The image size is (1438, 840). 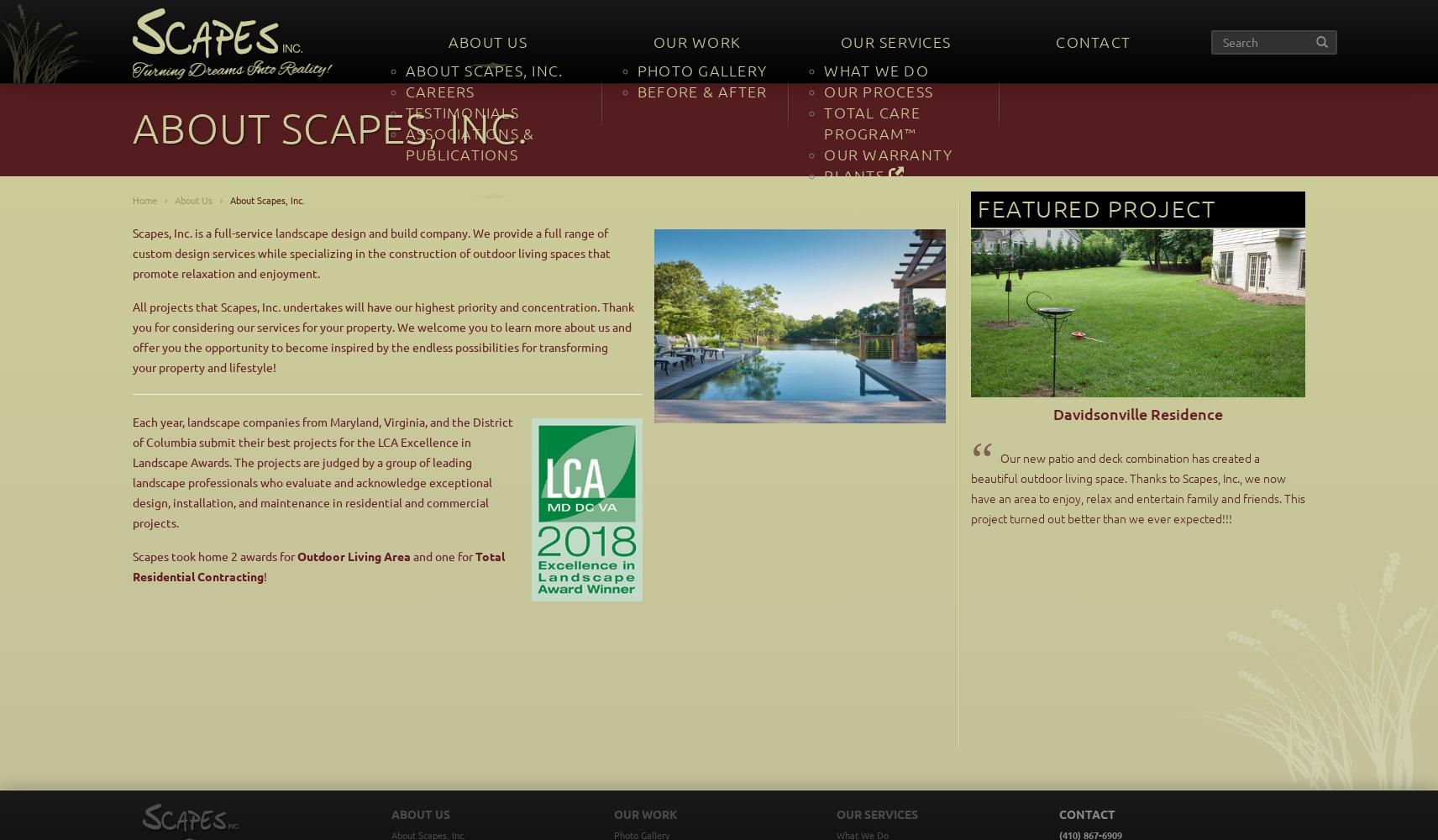 I want to click on 'Home', so click(x=130, y=199).